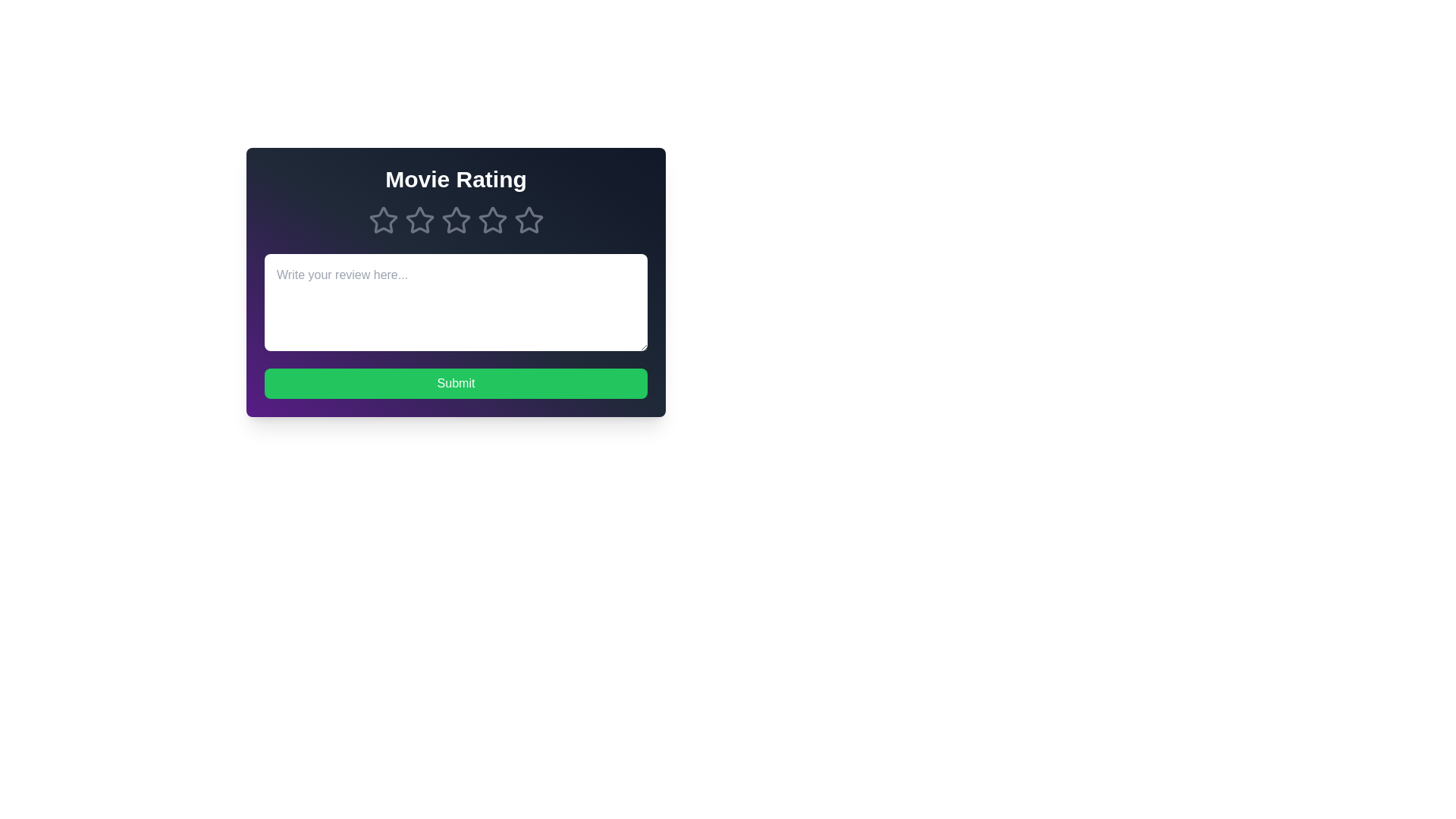 The width and height of the screenshot is (1456, 819). Describe the element at coordinates (492, 220) in the screenshot. I see `the movie rating to 4 stars by clicking on the respective star` at that location.